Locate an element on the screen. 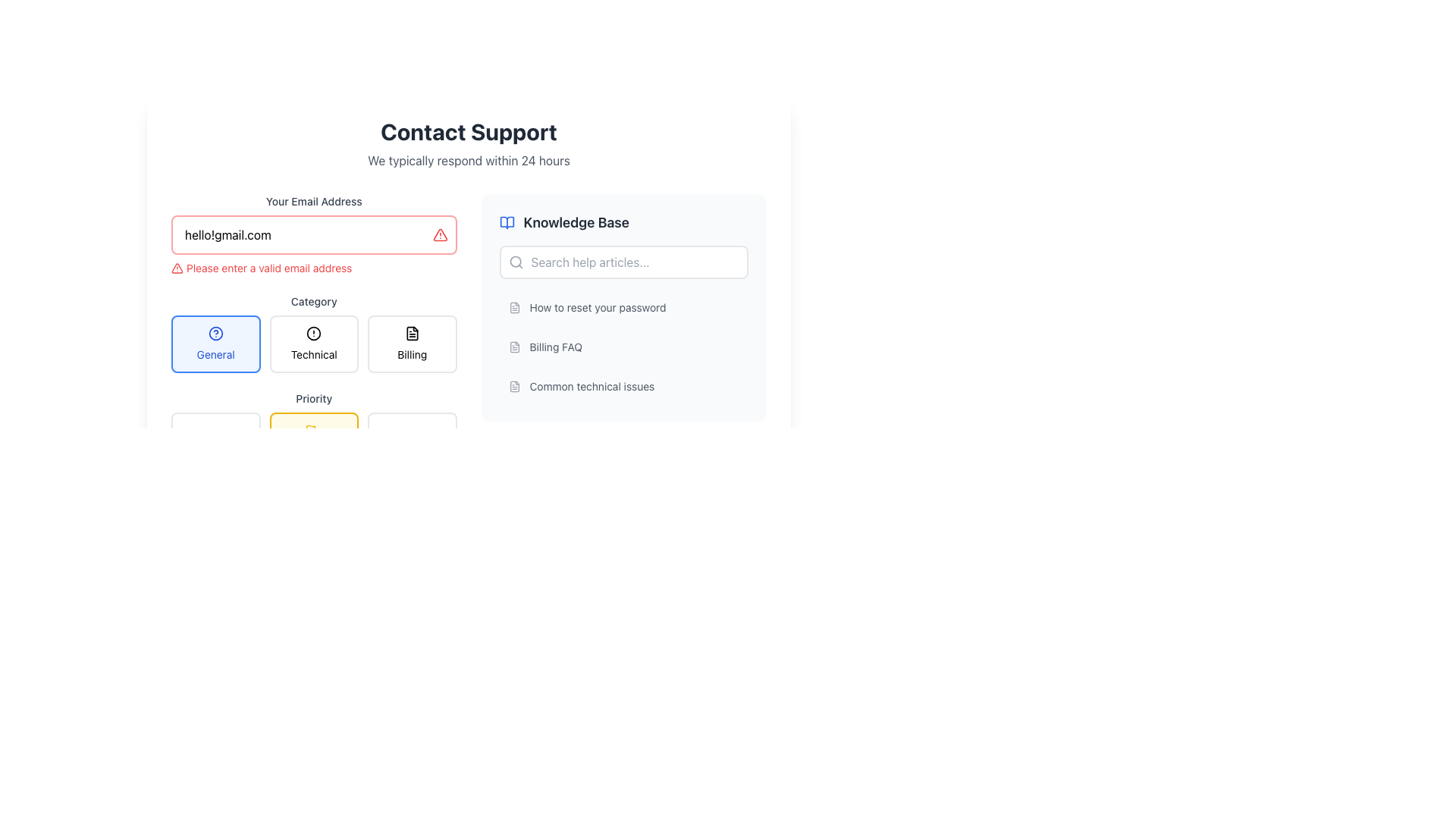 The image size is (1456, 819). the button labeled 'General' which is a rectangular button with rounded corners, displaying a question mark icon and blue text on a light blue background, located in the top-left corner of the 'Category' section is located at coordinates (215, 344).